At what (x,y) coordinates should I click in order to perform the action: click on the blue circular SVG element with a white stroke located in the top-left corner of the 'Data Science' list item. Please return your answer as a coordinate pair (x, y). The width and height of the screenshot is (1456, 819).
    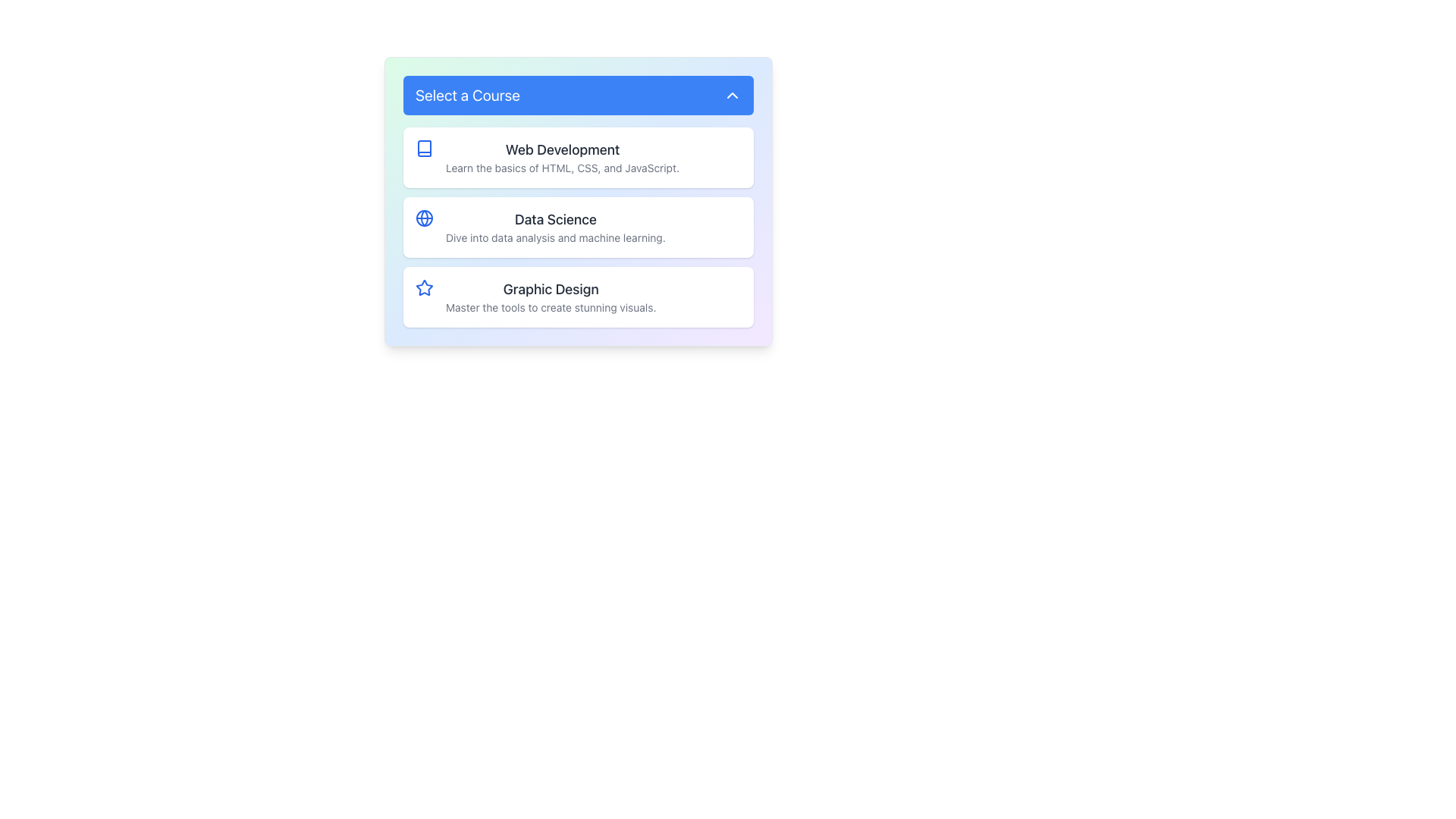
    Looking at the image, I should click on (425, 218).